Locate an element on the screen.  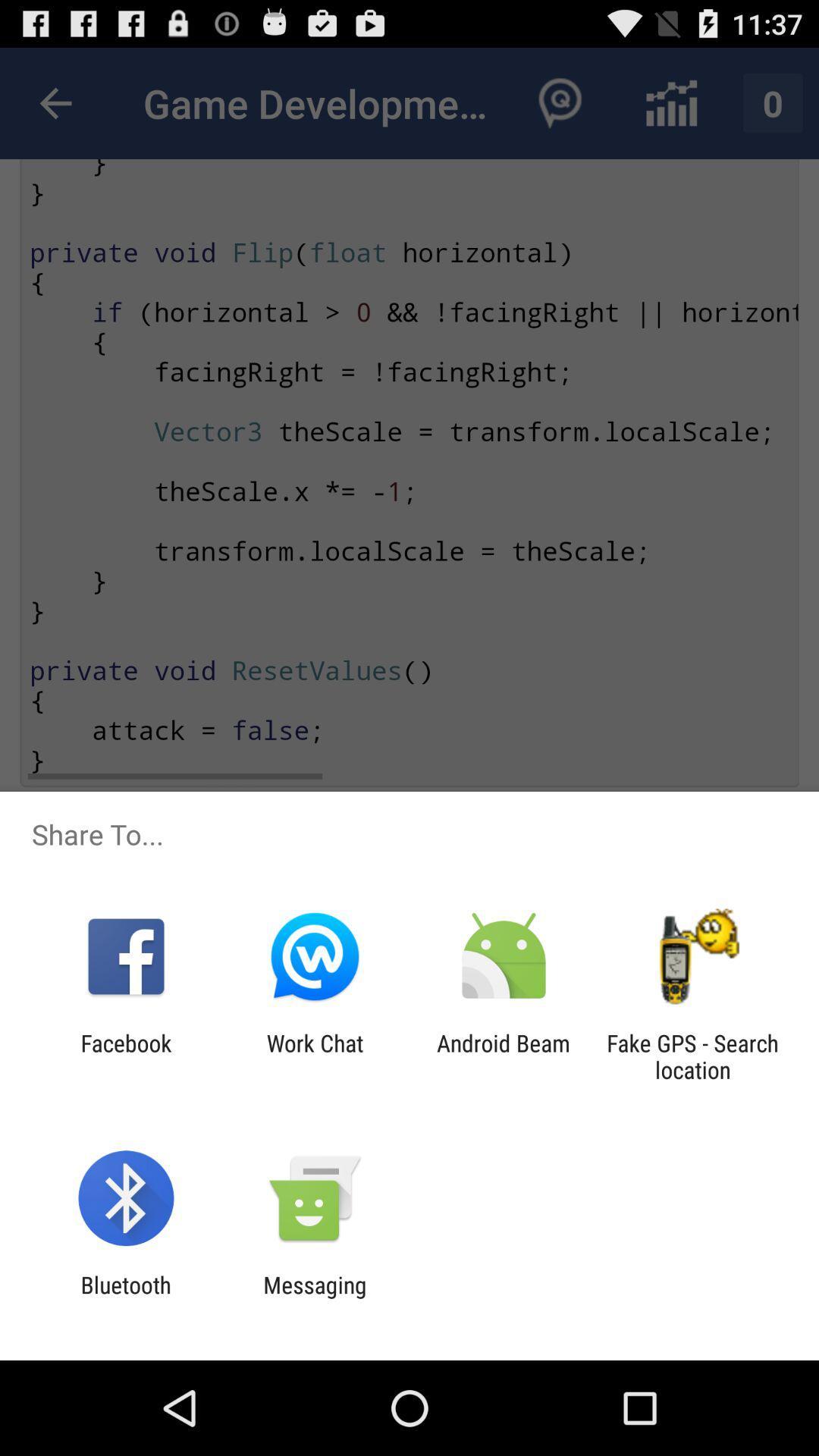
app at the bottom right corner is located at coordinates (692, 1056).